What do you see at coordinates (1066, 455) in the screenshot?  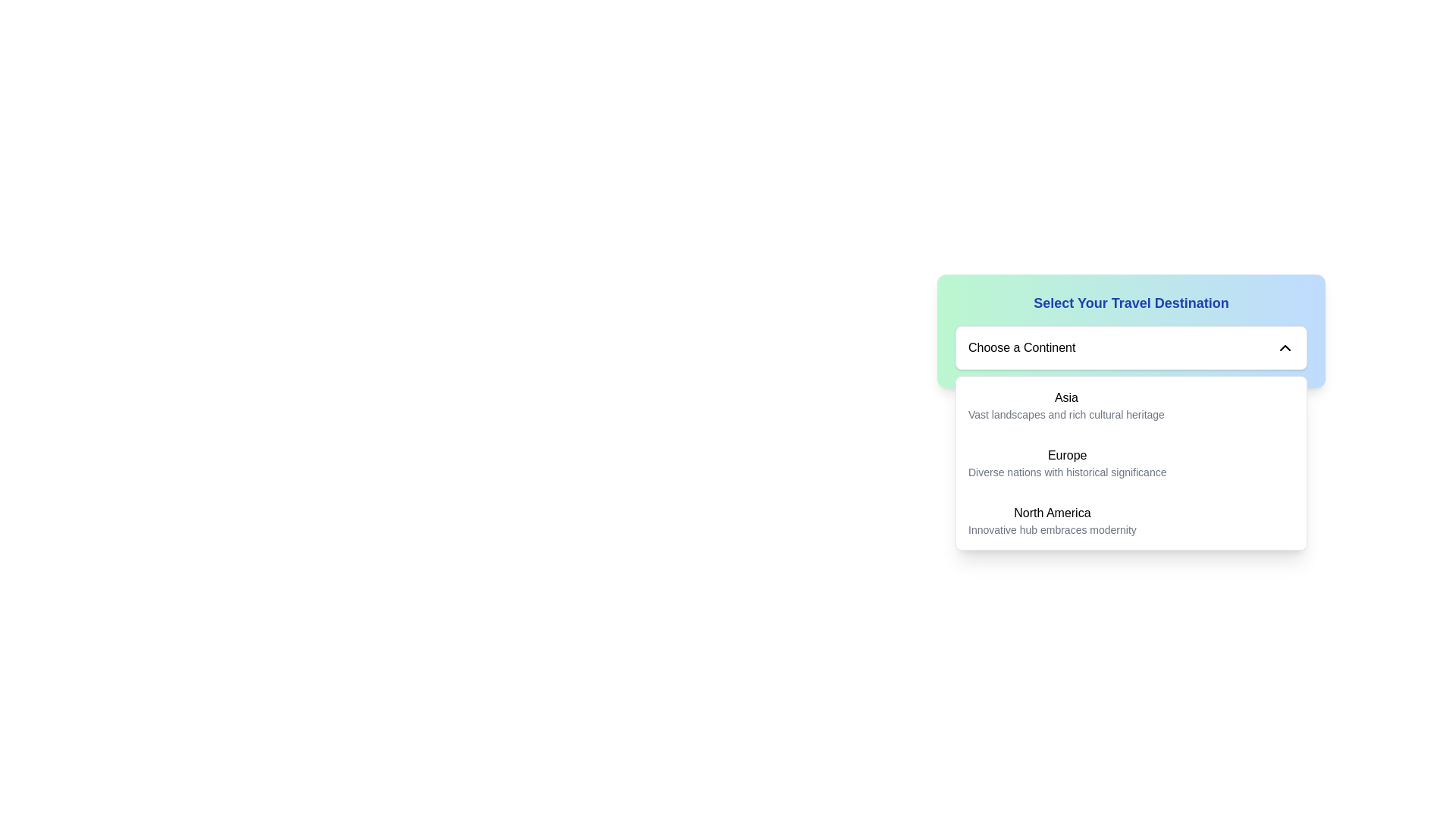 I see `the text label displaying 'Europe' in the dropdown list titled 'Select Your Travel Destination'` at bounding box center [1066, 455].